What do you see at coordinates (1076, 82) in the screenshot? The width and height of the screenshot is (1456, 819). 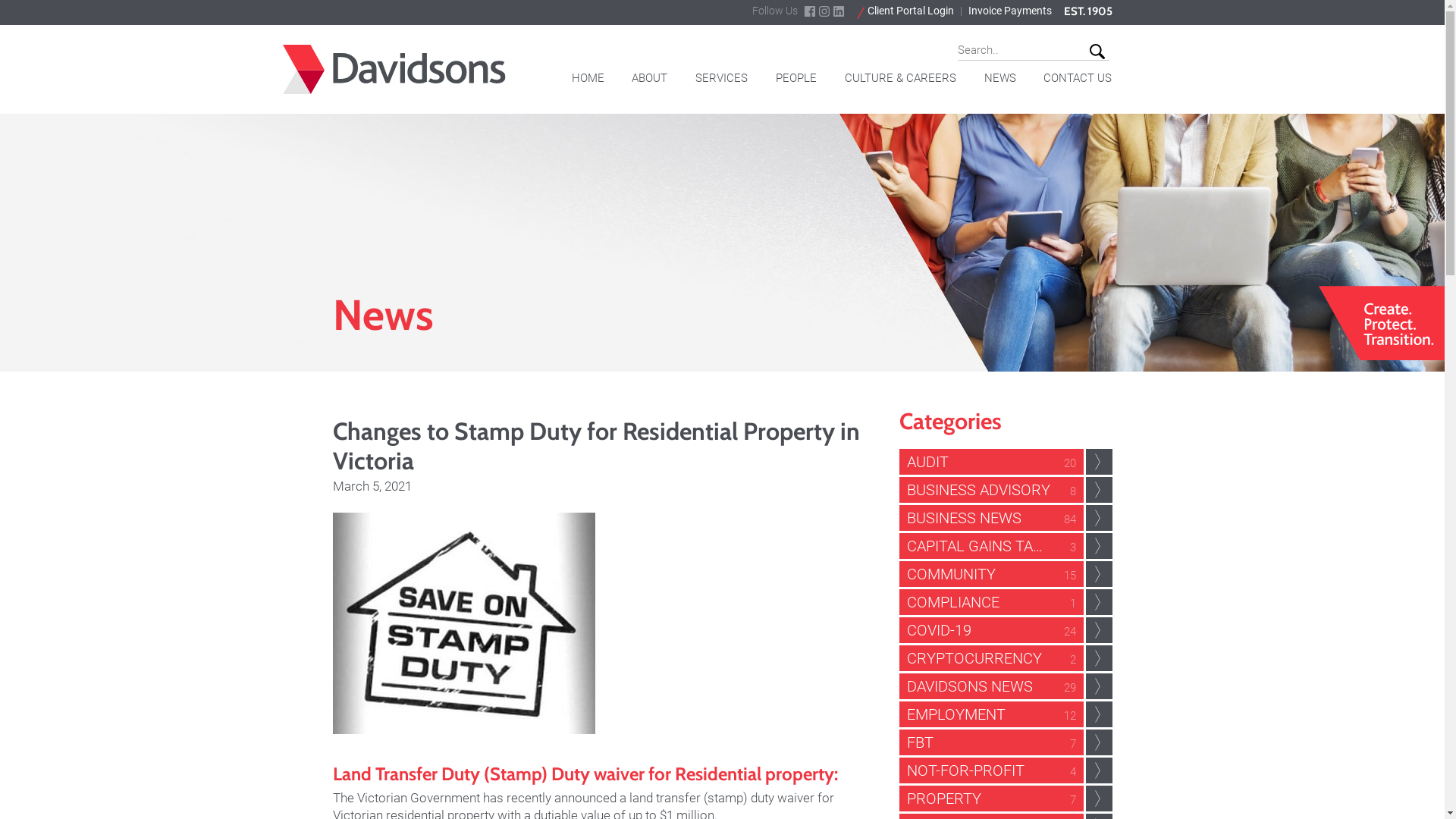 I see `'CONTACT US'` at bounding box center [1076, 82].